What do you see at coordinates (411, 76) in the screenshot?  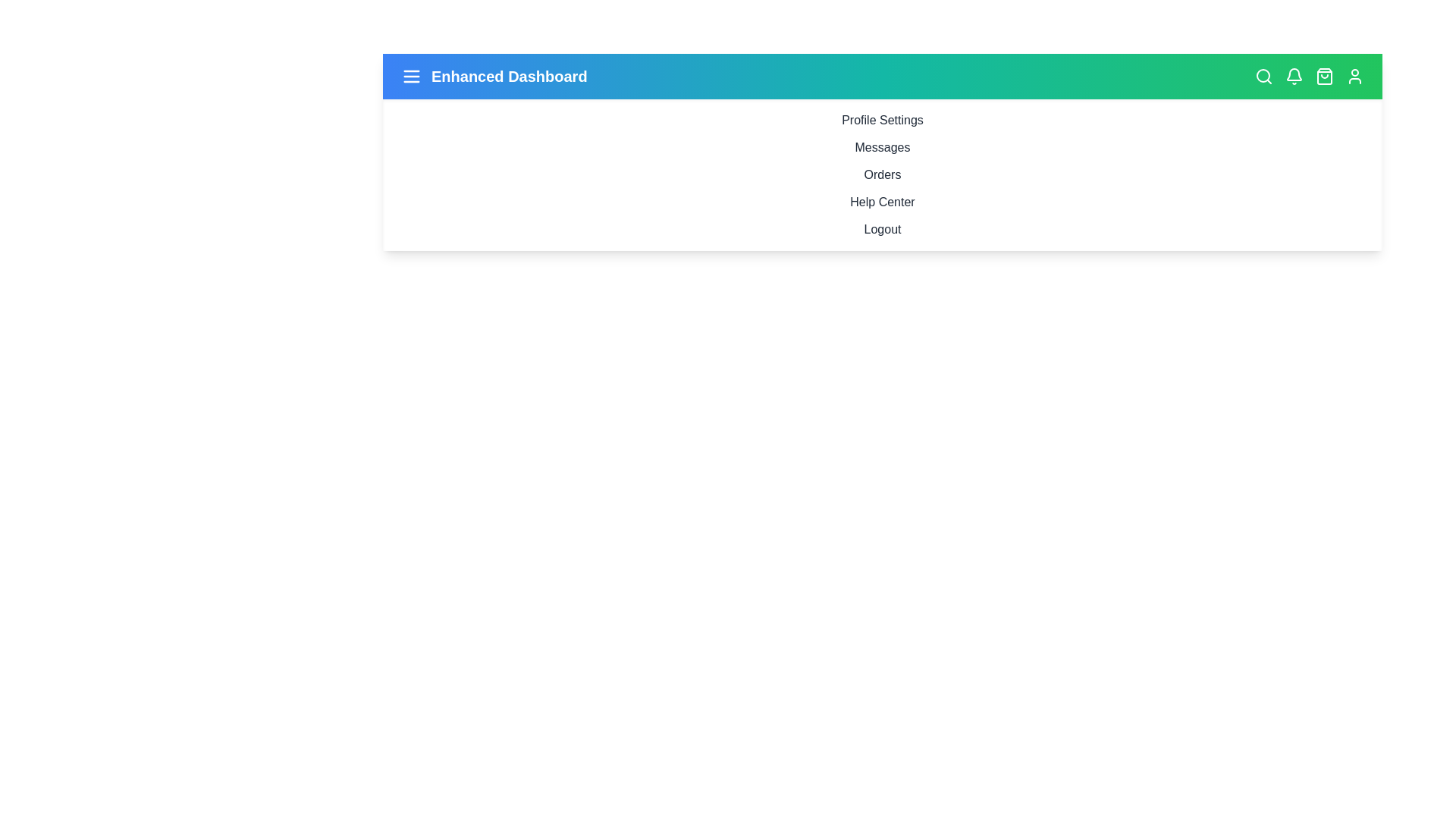 I see `the menu icon to toggle the sidebar` at bounding box center [411, 76].